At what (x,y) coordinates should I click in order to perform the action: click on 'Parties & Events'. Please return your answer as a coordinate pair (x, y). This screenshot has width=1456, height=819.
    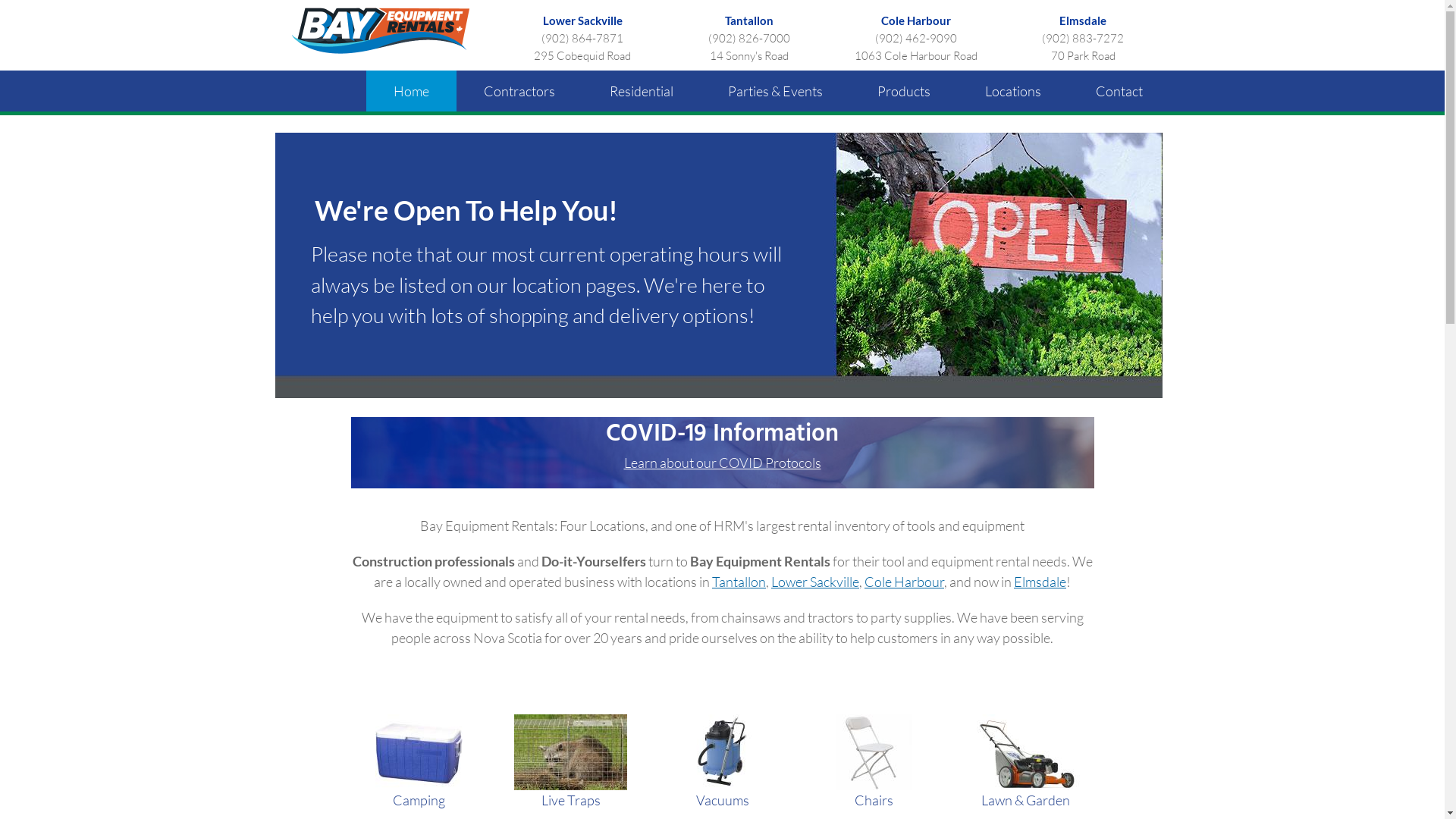
    Looking at the image, I should click on (775, 90).